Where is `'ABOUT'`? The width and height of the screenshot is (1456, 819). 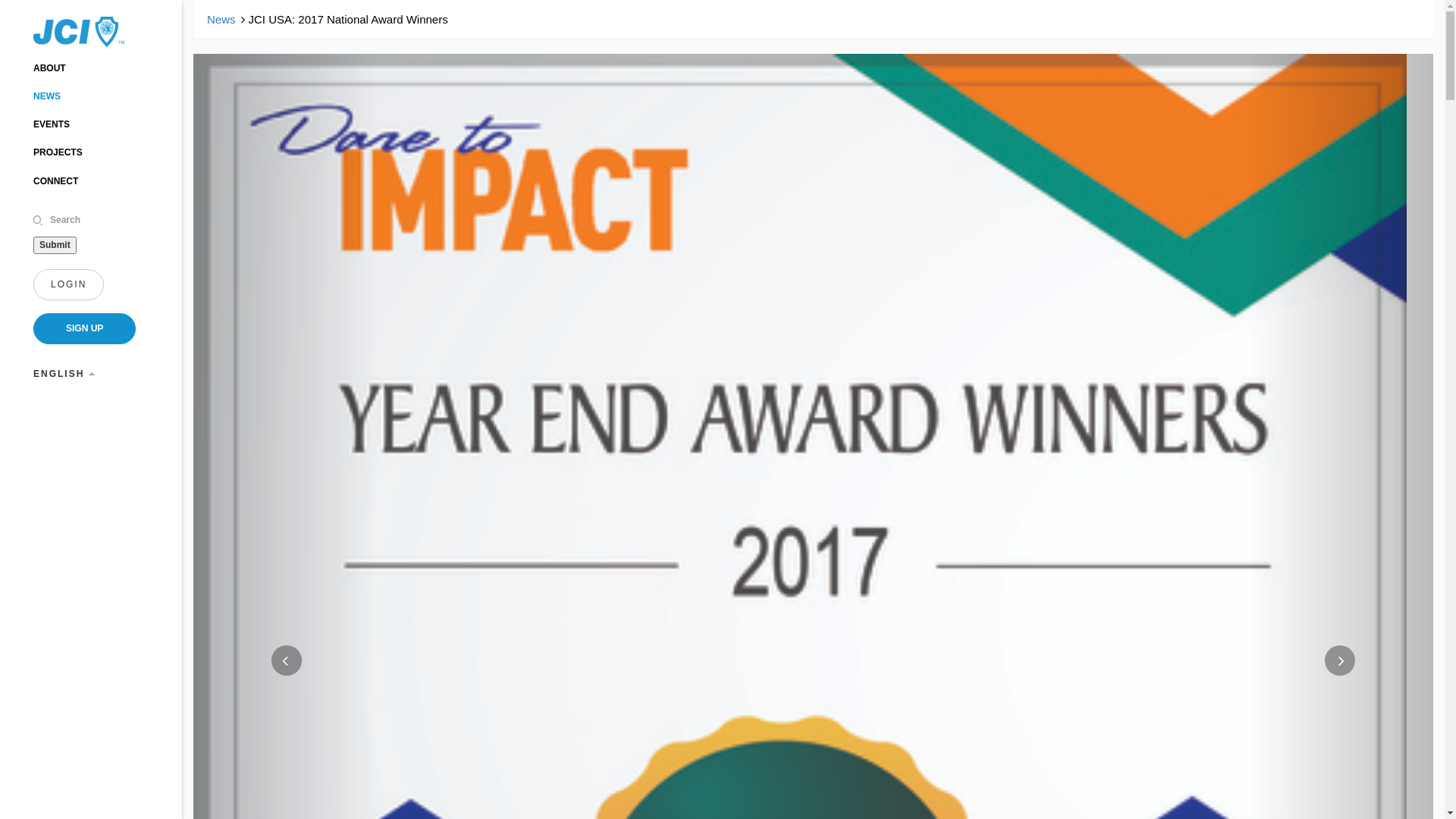 'ABOUT' is located at coordinates (49, 67).